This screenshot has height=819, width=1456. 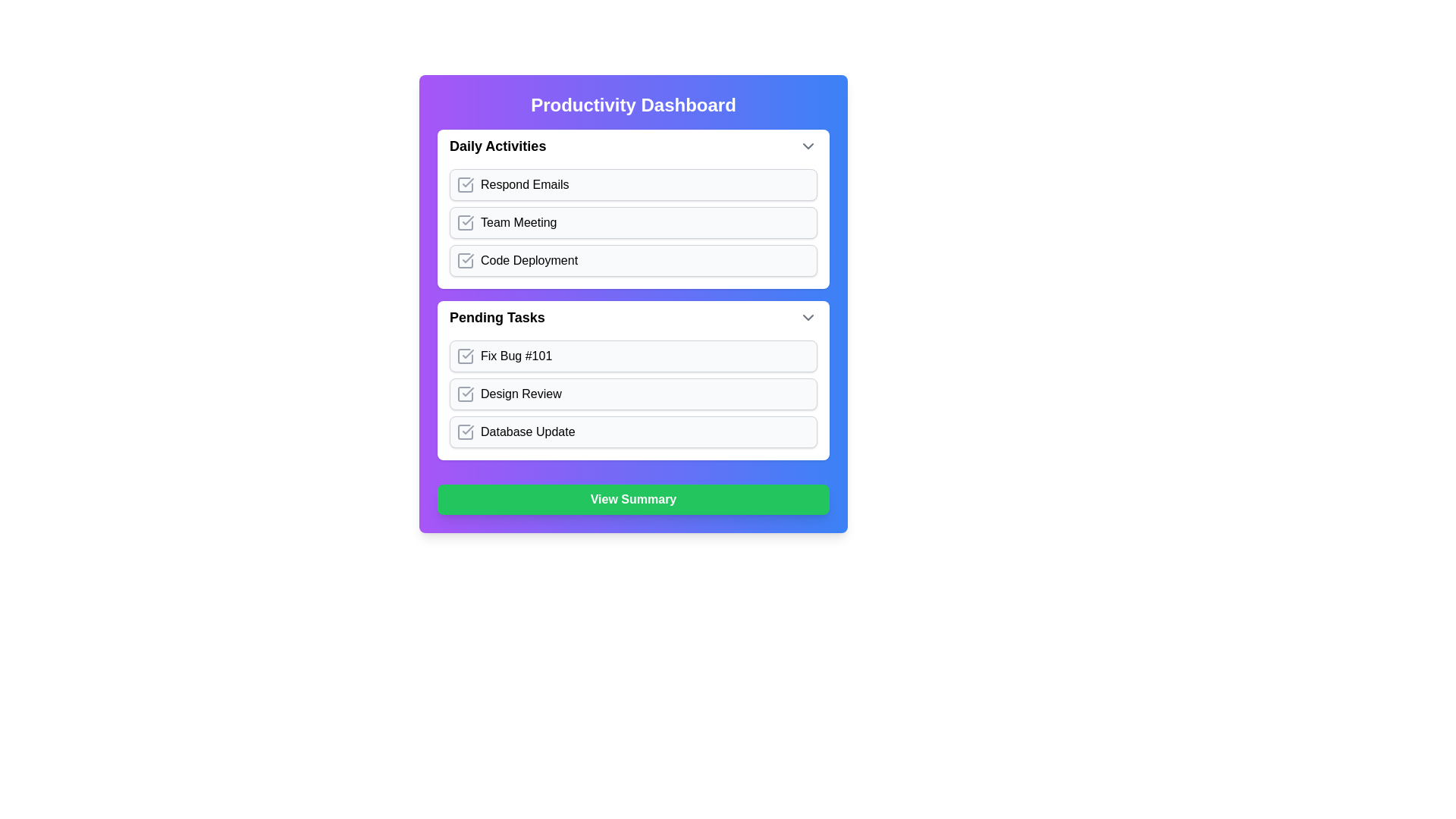 I want to click on the decorative checkbox icon filled with gray color and a checkmark, located to the left of the text 'Code Deployment' under the 'Daily Activities' section, so click(x=465, y=259).